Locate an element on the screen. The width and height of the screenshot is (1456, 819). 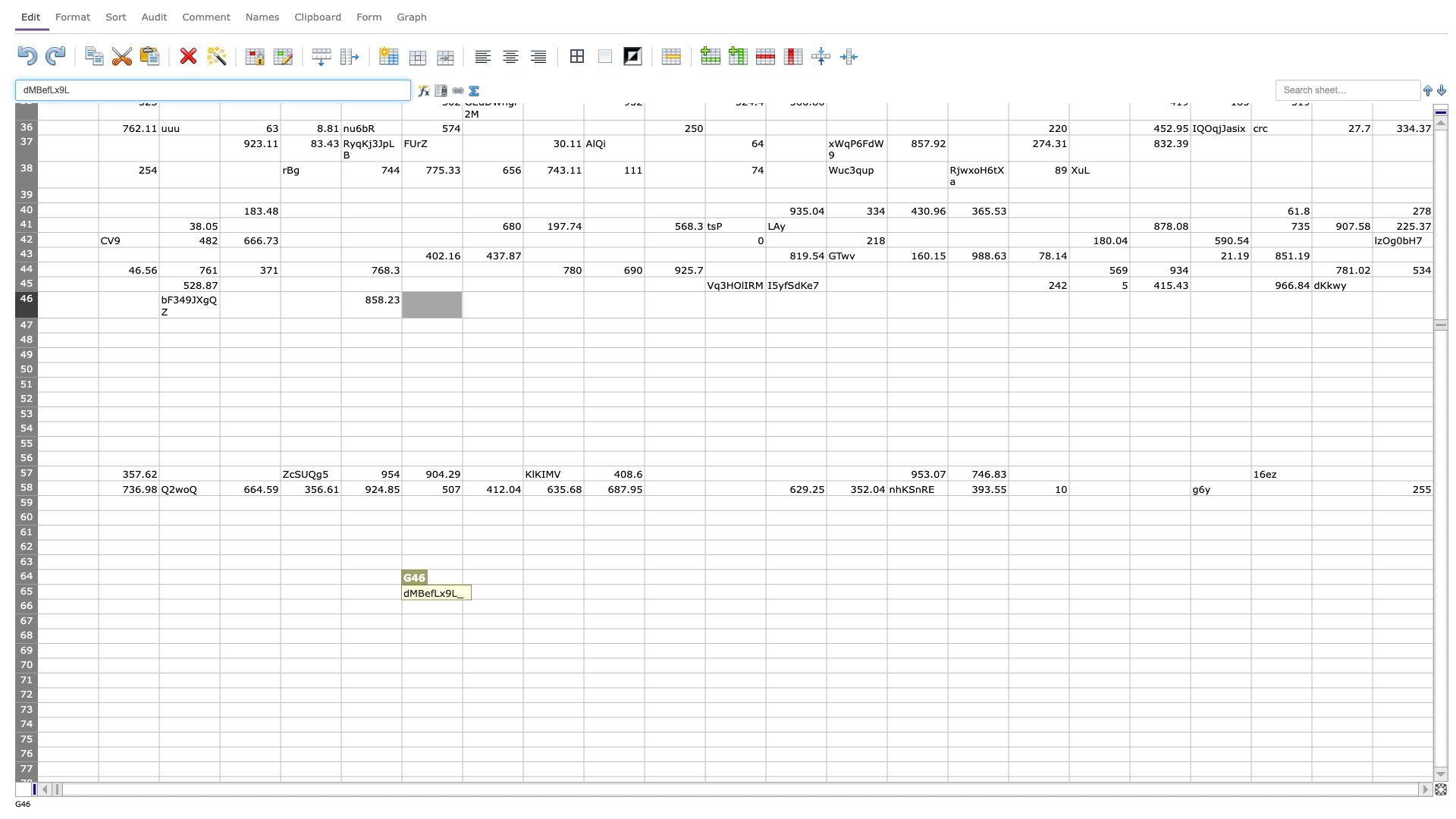
Southeast corner of cell I66 is located at coordinates (582, 613).